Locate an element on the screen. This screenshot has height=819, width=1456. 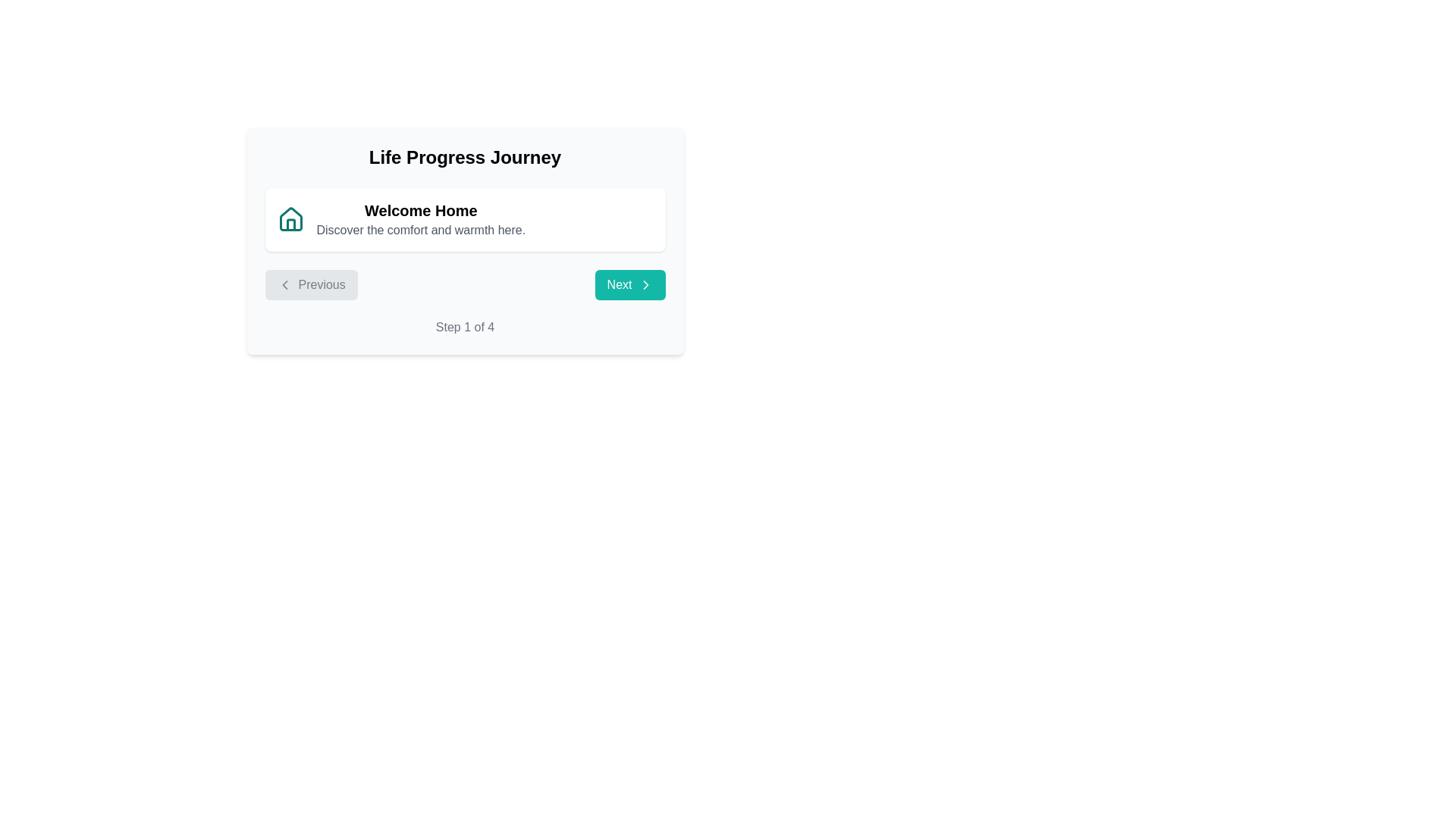
the right-facing chevron icon, which is positioned within a small SVG element to the right of the green 'Next' button is located at coordinates (645, 284).